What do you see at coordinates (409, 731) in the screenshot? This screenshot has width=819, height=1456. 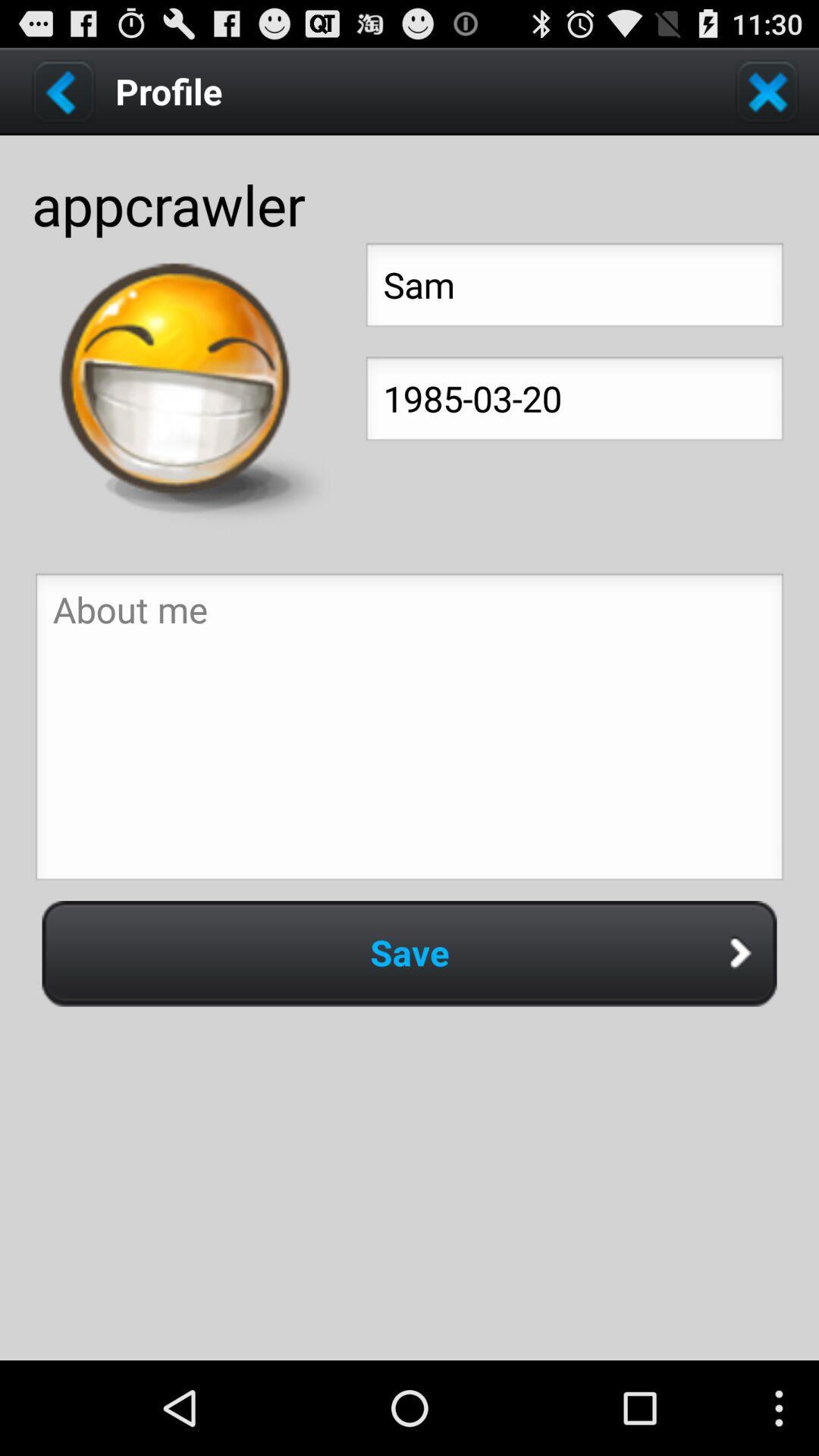 I see `open field for about me` at bounding box center [409, 731].